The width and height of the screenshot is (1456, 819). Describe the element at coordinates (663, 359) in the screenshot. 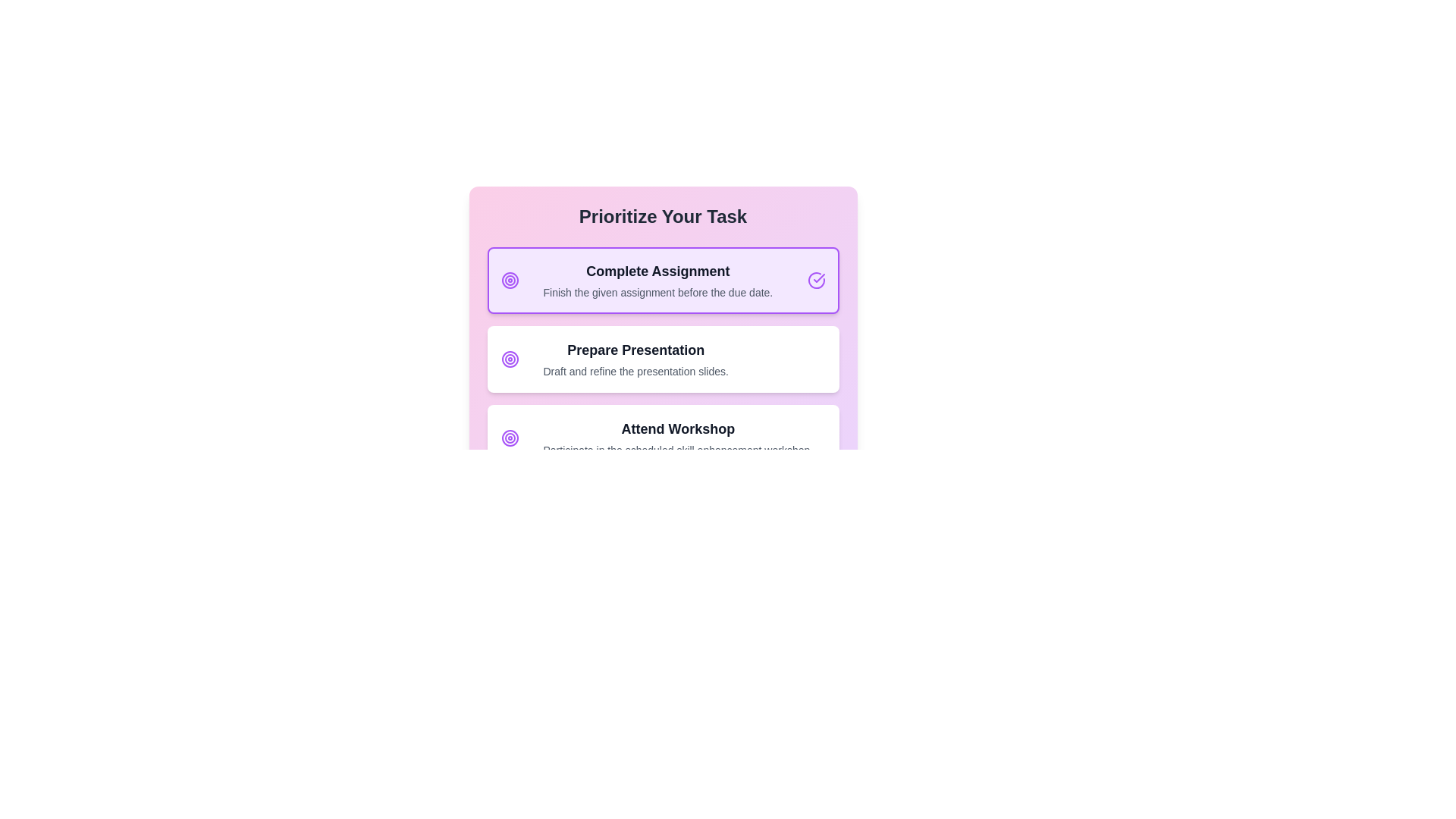

I see `text in the task card titled 'Prepare Presentation', which has a white background, rounded corners, and contains a description below the heading` at that location.